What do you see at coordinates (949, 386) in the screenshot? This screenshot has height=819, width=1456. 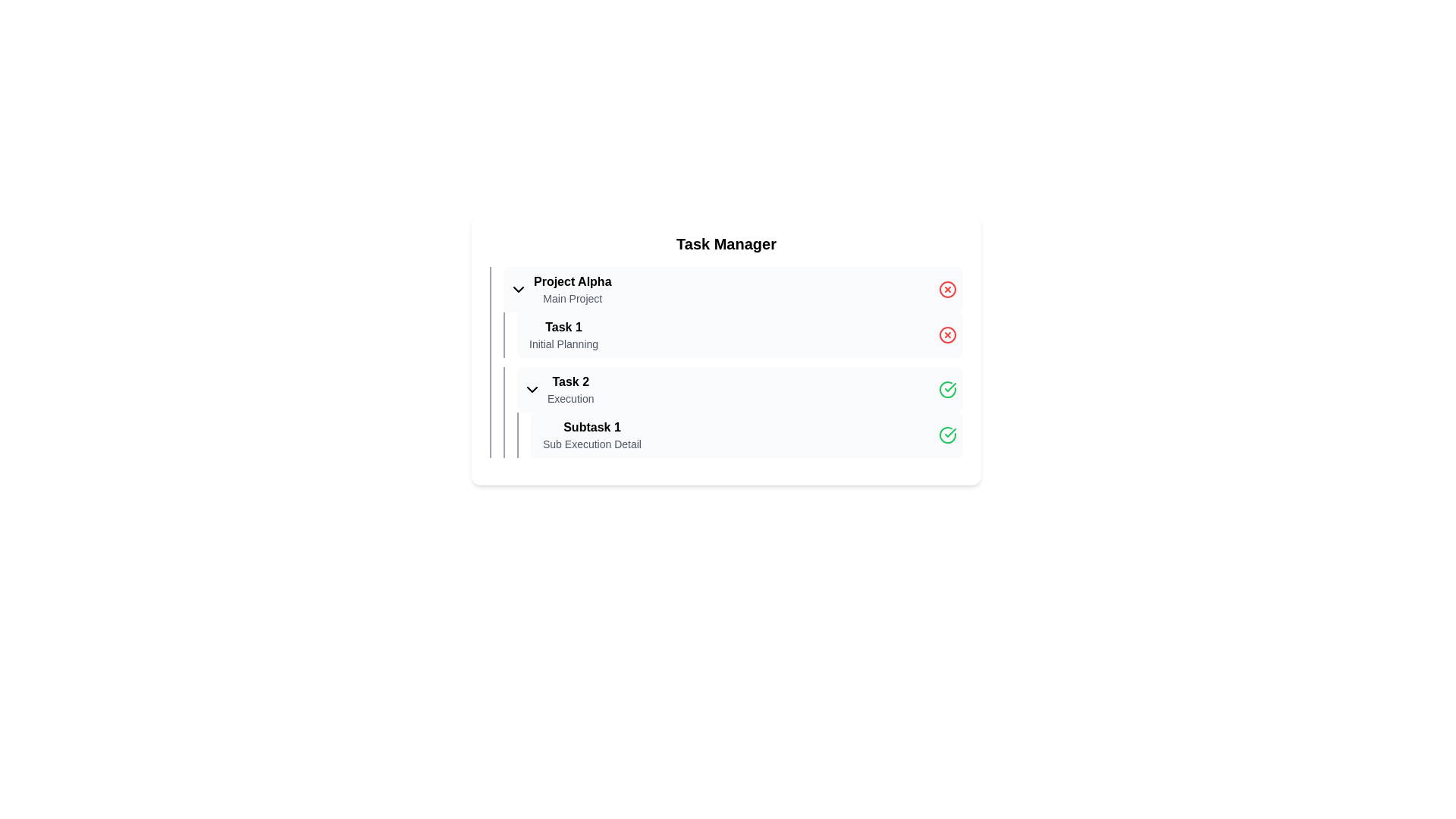 I see `the green checkmark icon in the SVG graphic, which indicates the completion of 'Subtask 1' located near the bottom of the task list interface` at bounding box center [949, 386].